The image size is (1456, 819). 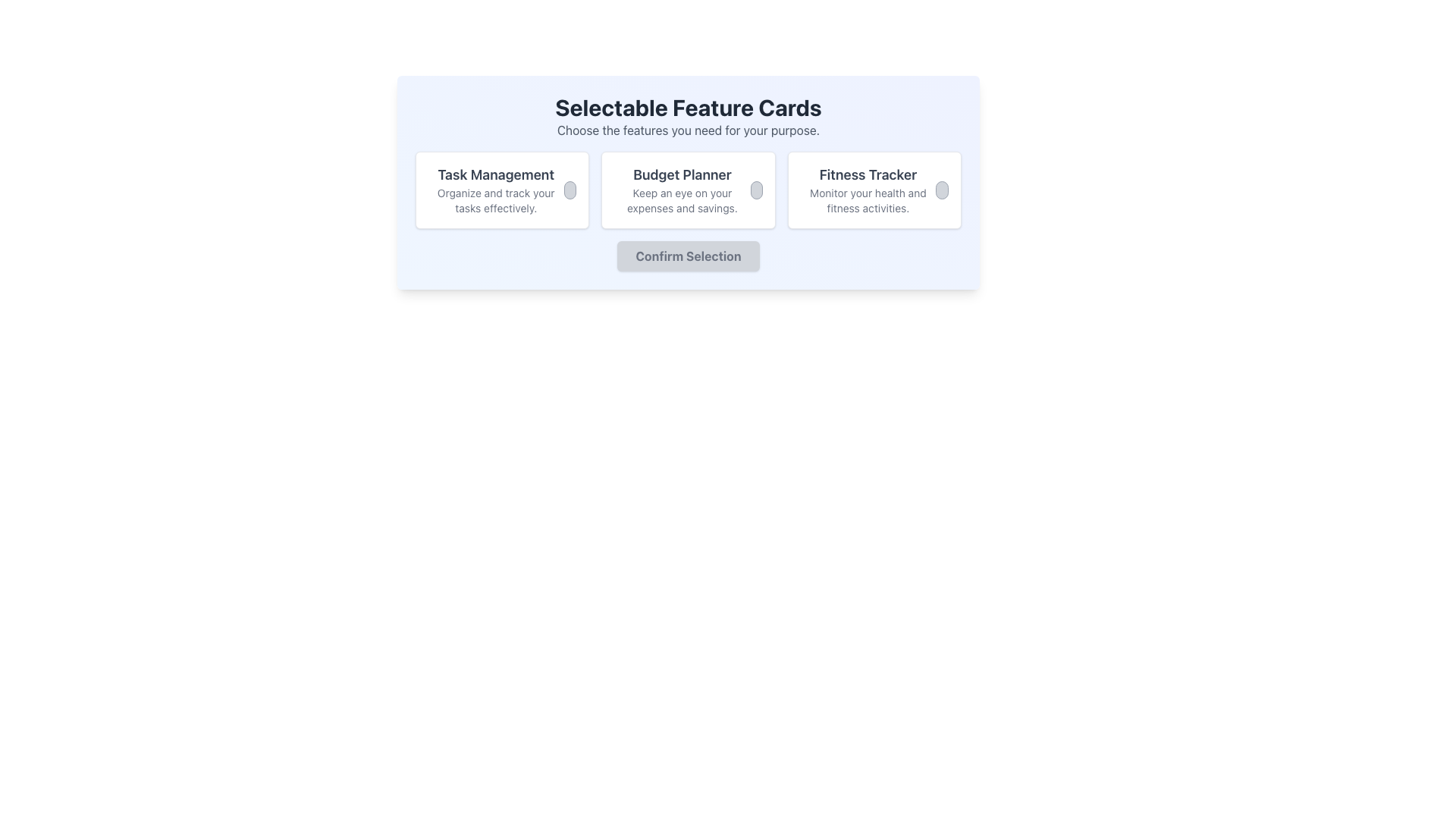 What do you see at coordinates (687, 107) in the screenshot?
I see `the text label that serves as a descriptive title for the section, located at the top center of the panel` at bounding box center [687, 107].